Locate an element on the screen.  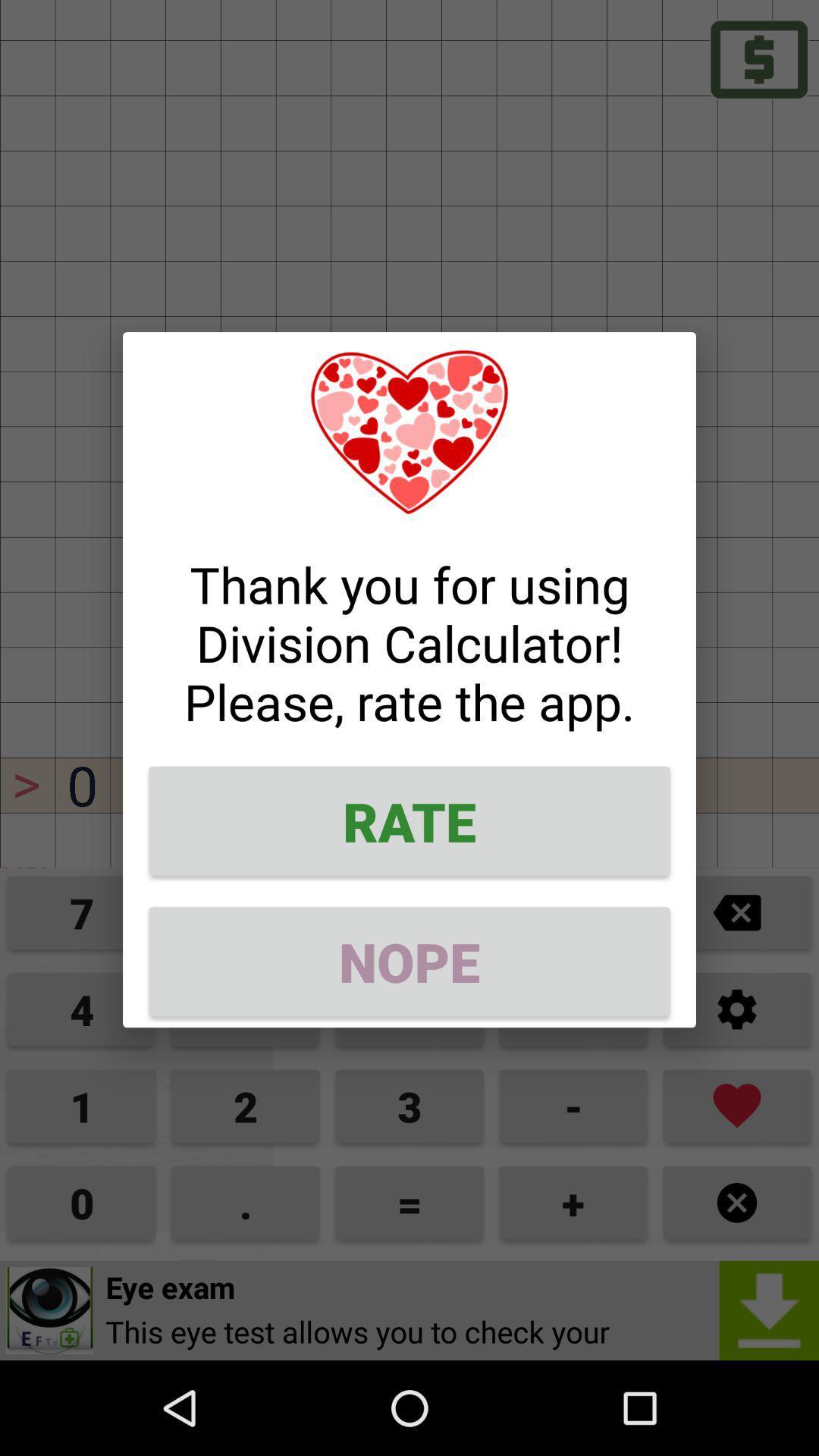
nope is located at coordinates (409, 960).